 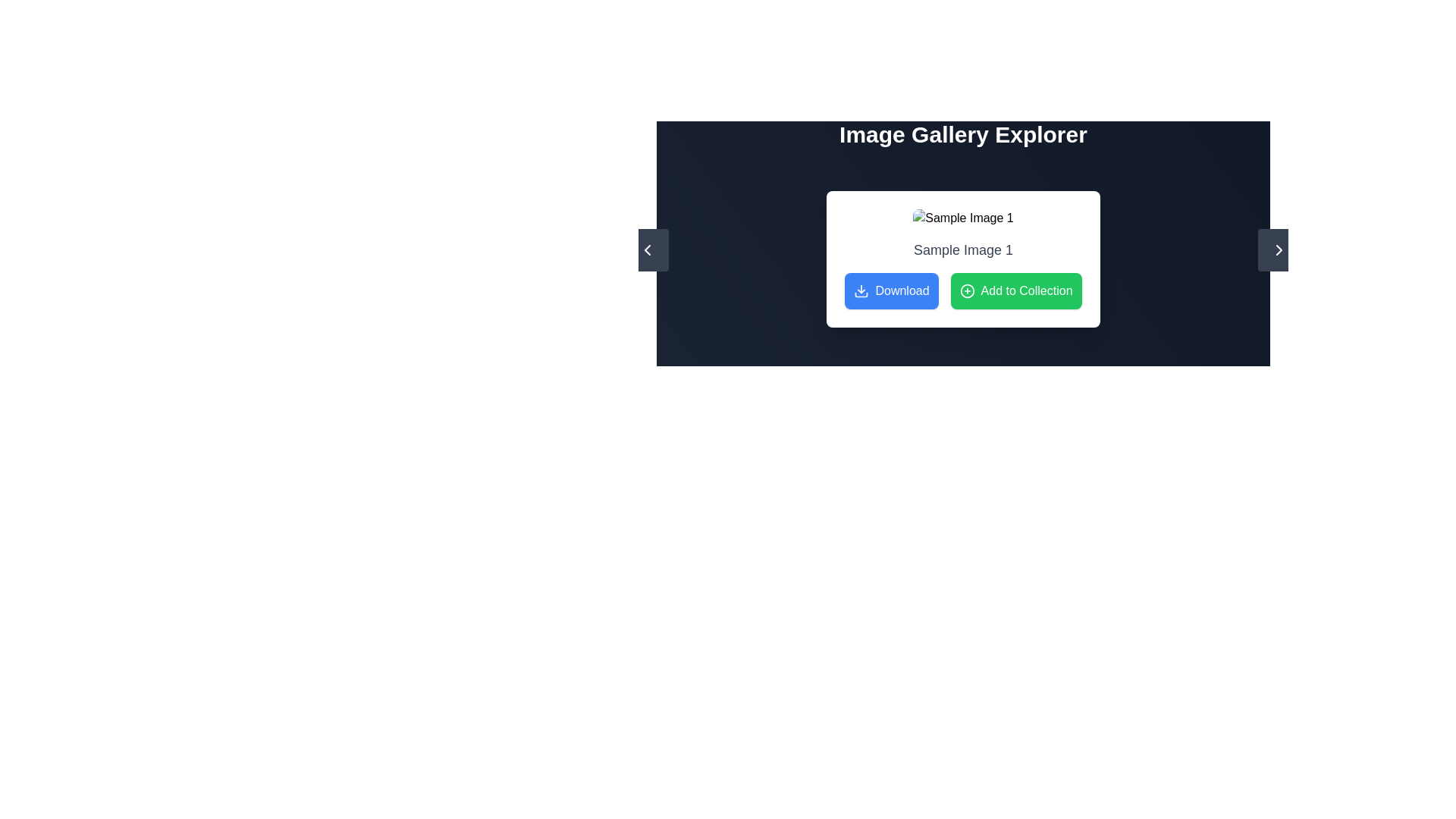 What do you see at coordinates (892, 291) in the screenshot?
I see `the blue 'Download' button with white text and a download icon to initiate the download action` at bounding box center [892, 291].